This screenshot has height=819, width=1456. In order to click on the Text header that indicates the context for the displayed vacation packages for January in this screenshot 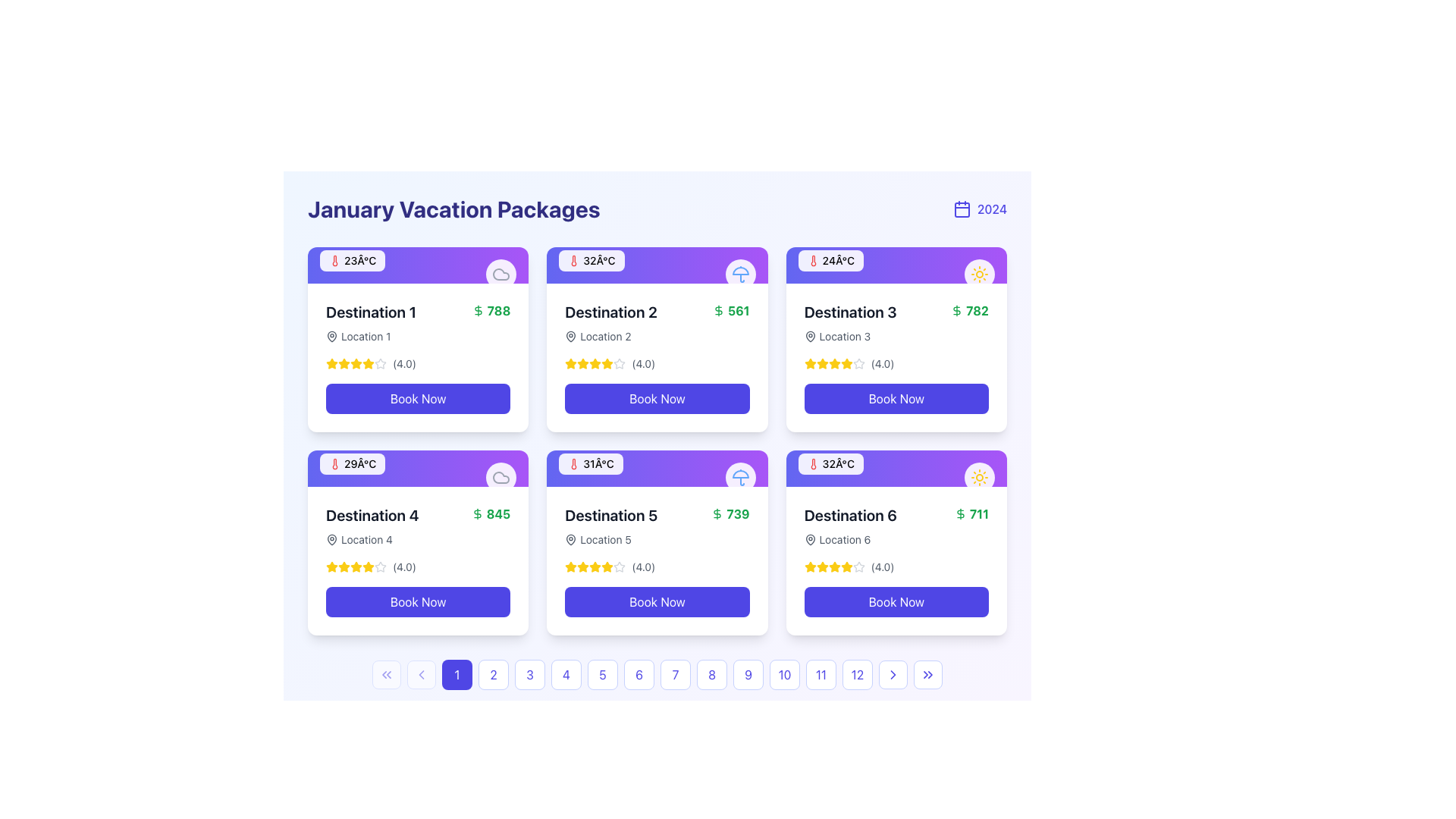, I will do `click(453, 209)`.